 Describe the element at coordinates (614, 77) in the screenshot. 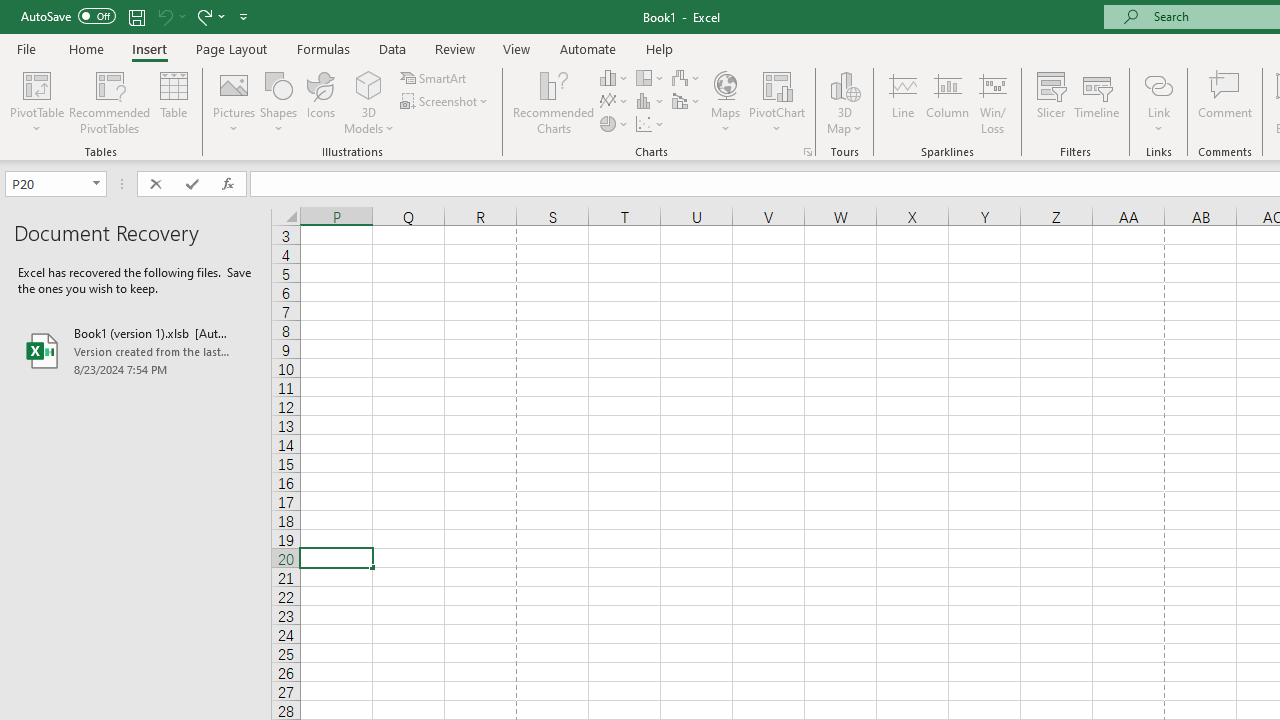

I see `'Insert Column or Bar Chart'` at that location.